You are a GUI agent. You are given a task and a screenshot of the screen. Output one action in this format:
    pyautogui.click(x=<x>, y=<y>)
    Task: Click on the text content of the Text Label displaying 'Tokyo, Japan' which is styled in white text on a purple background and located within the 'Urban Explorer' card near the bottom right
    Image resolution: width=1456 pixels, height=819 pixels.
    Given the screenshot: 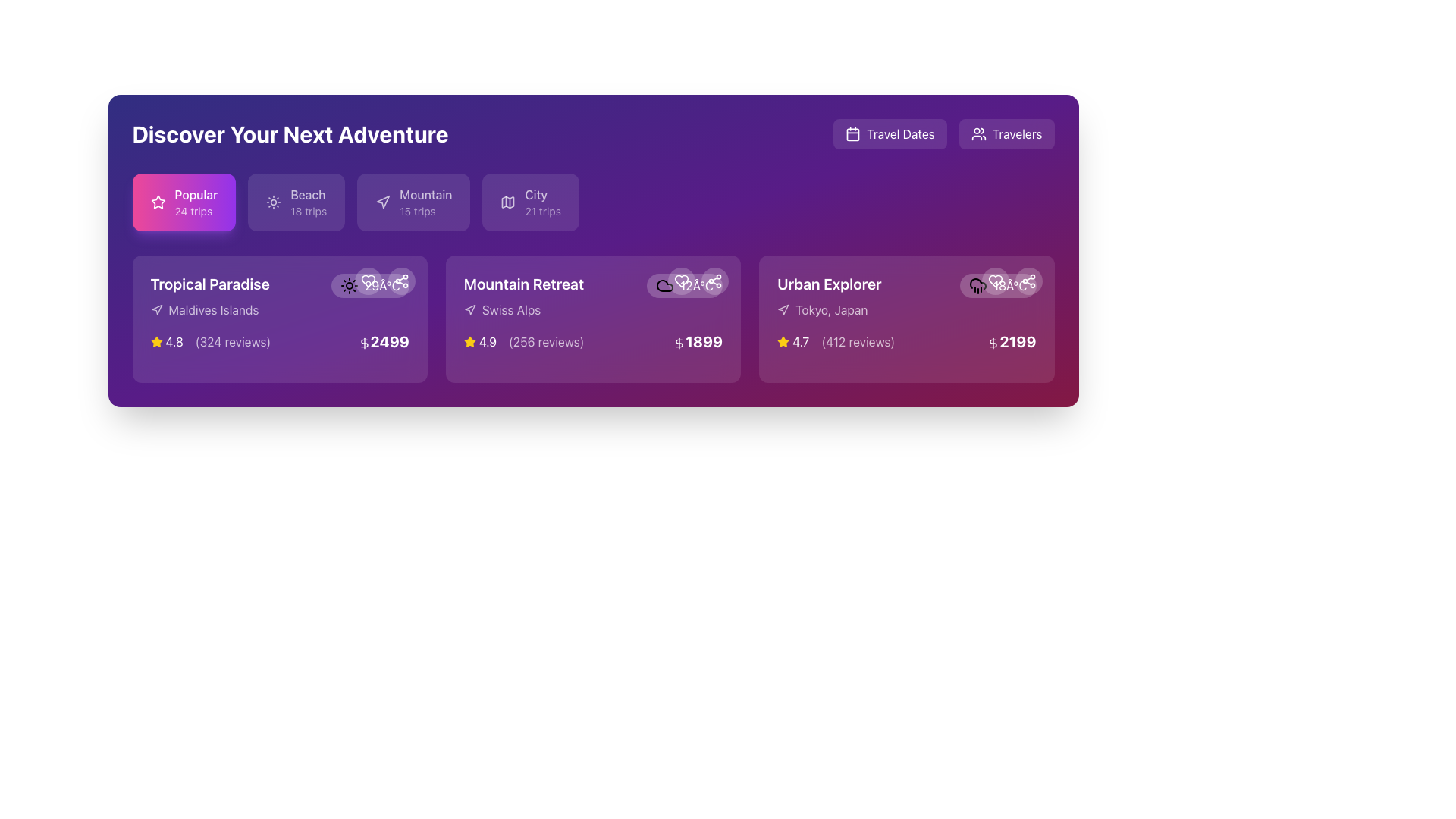 What is the action you would take?
    pyautogui.click(x=830, y=309)
    